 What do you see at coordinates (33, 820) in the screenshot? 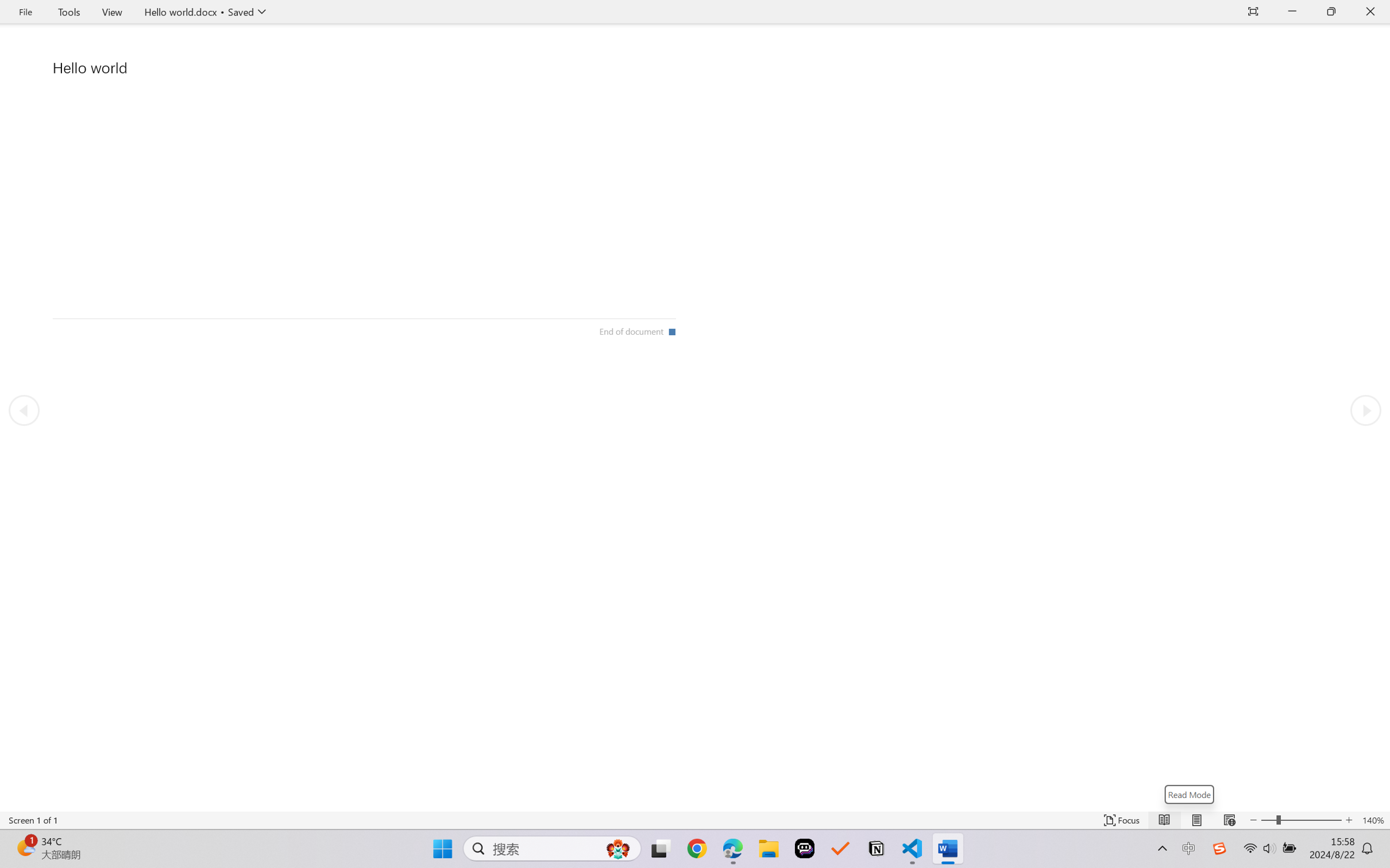
I see `'Page Number Screen 1 of 1 '` at bounding box center [33, 820].